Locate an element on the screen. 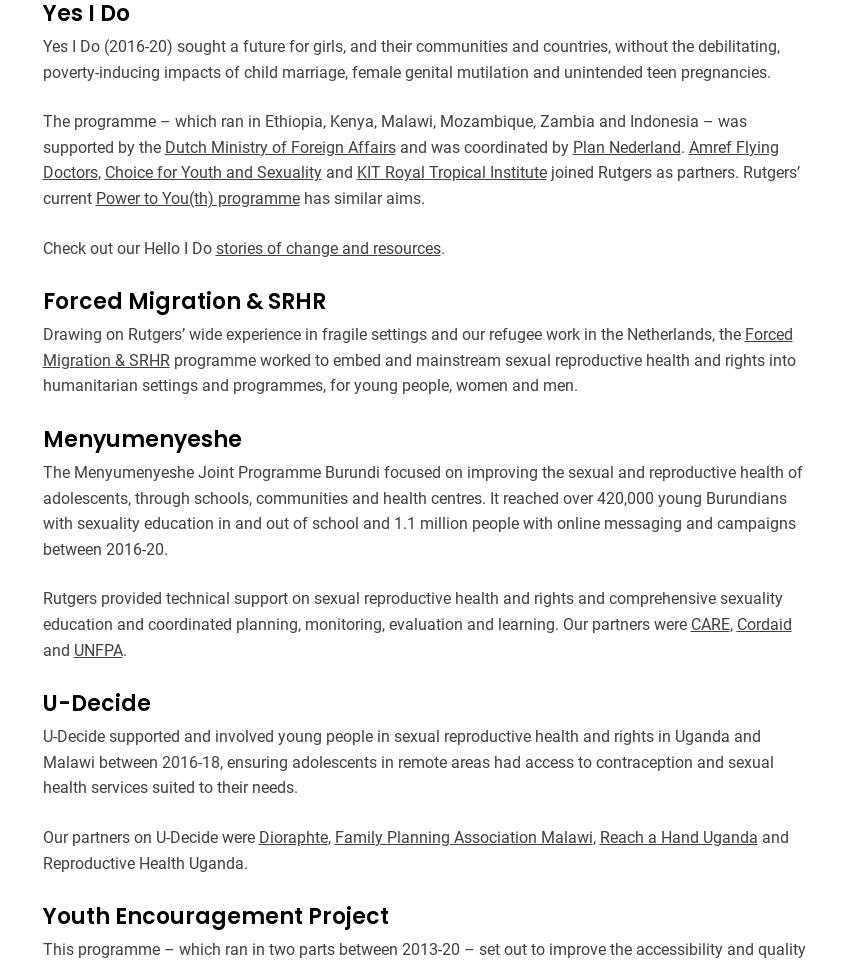 The width and height of the screenshot is (850, 960). 'KIT Royal Tropical Institute' is located at coordinates (450, 171).